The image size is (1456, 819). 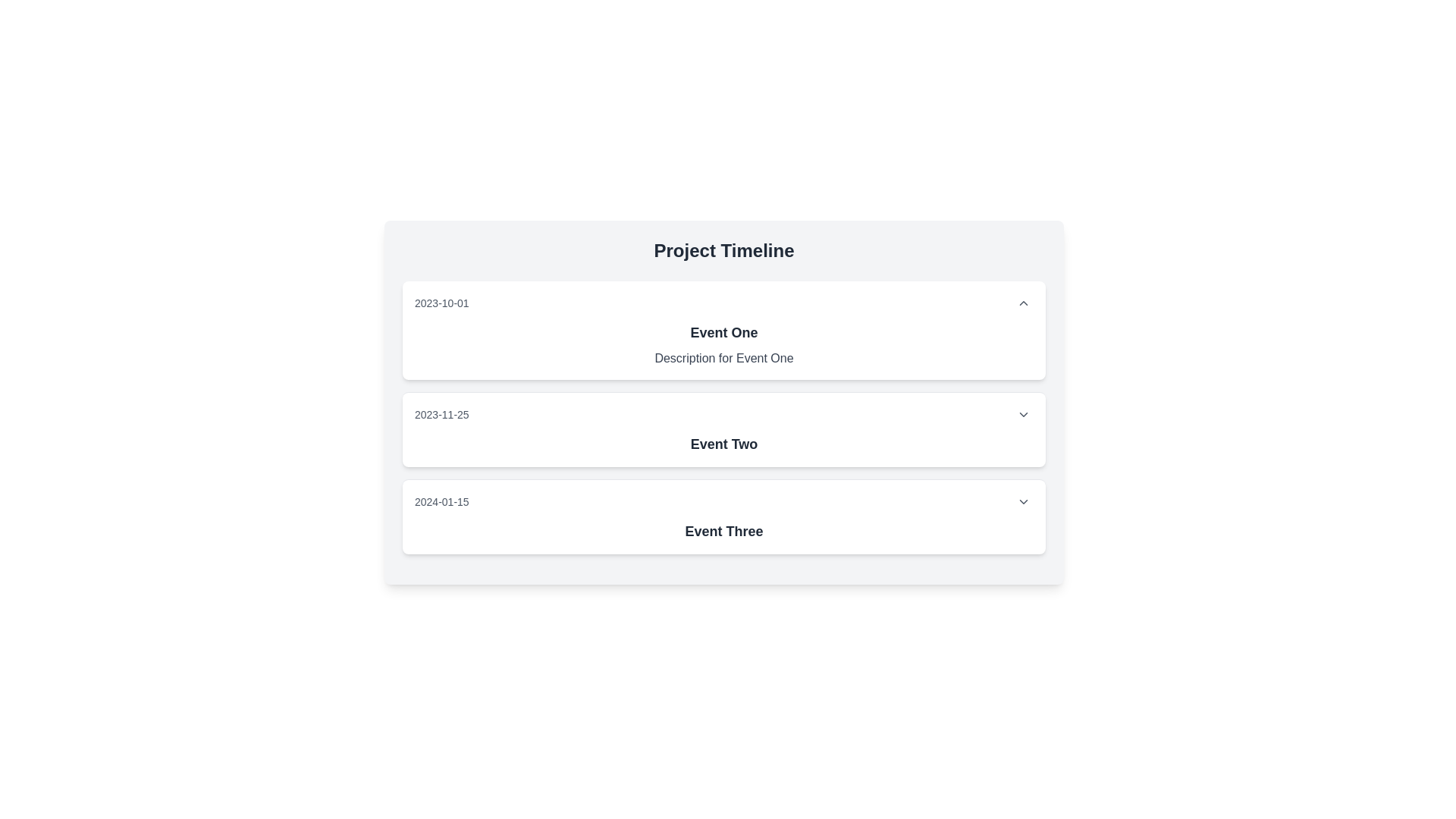 I want to click on the downward-facing chevron arrow icon located at the right edge of the 'Event Two' card, so click(x=1023, y=415).